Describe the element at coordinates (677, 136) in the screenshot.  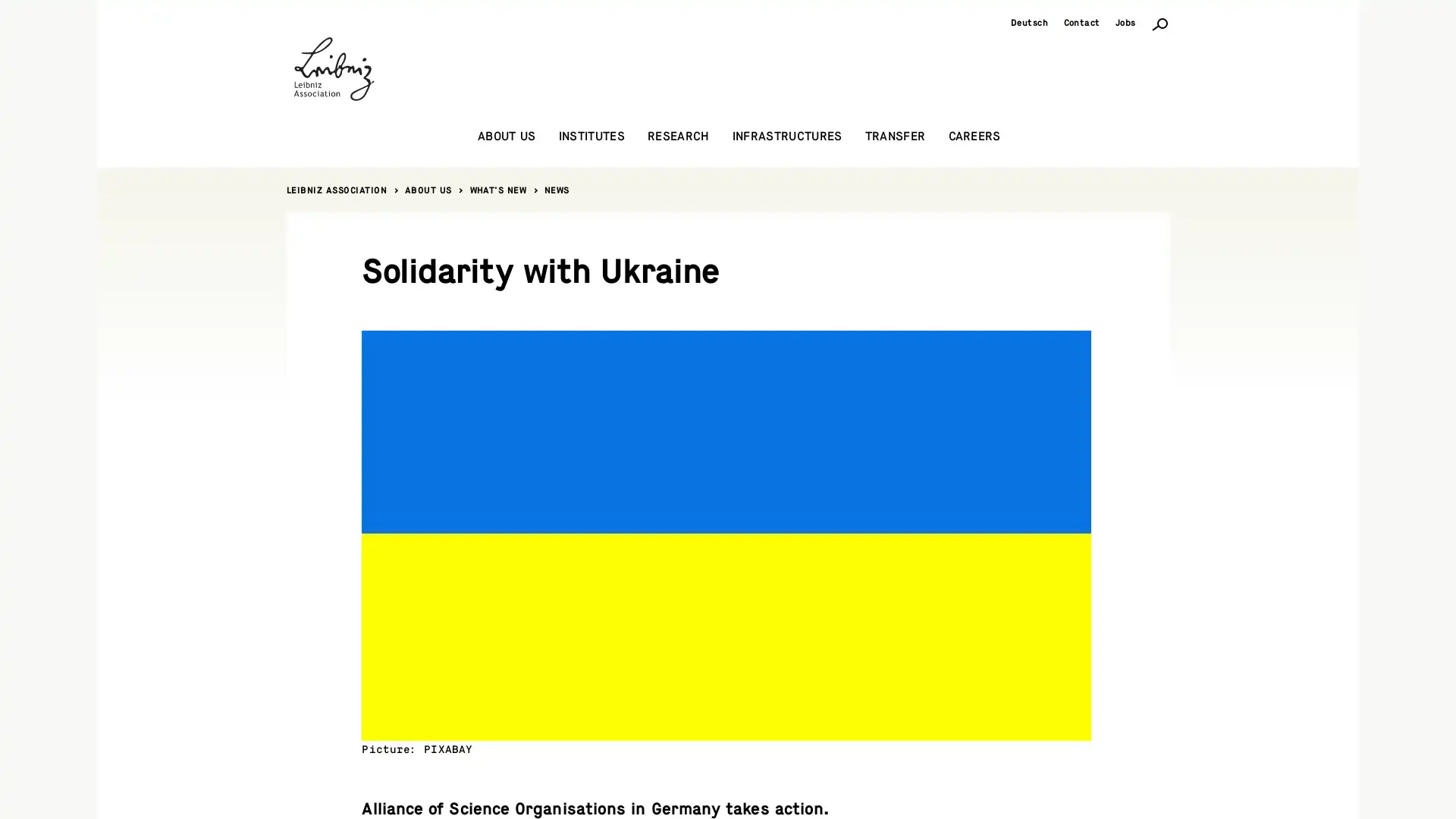
I see `RESEARCH` at that location.